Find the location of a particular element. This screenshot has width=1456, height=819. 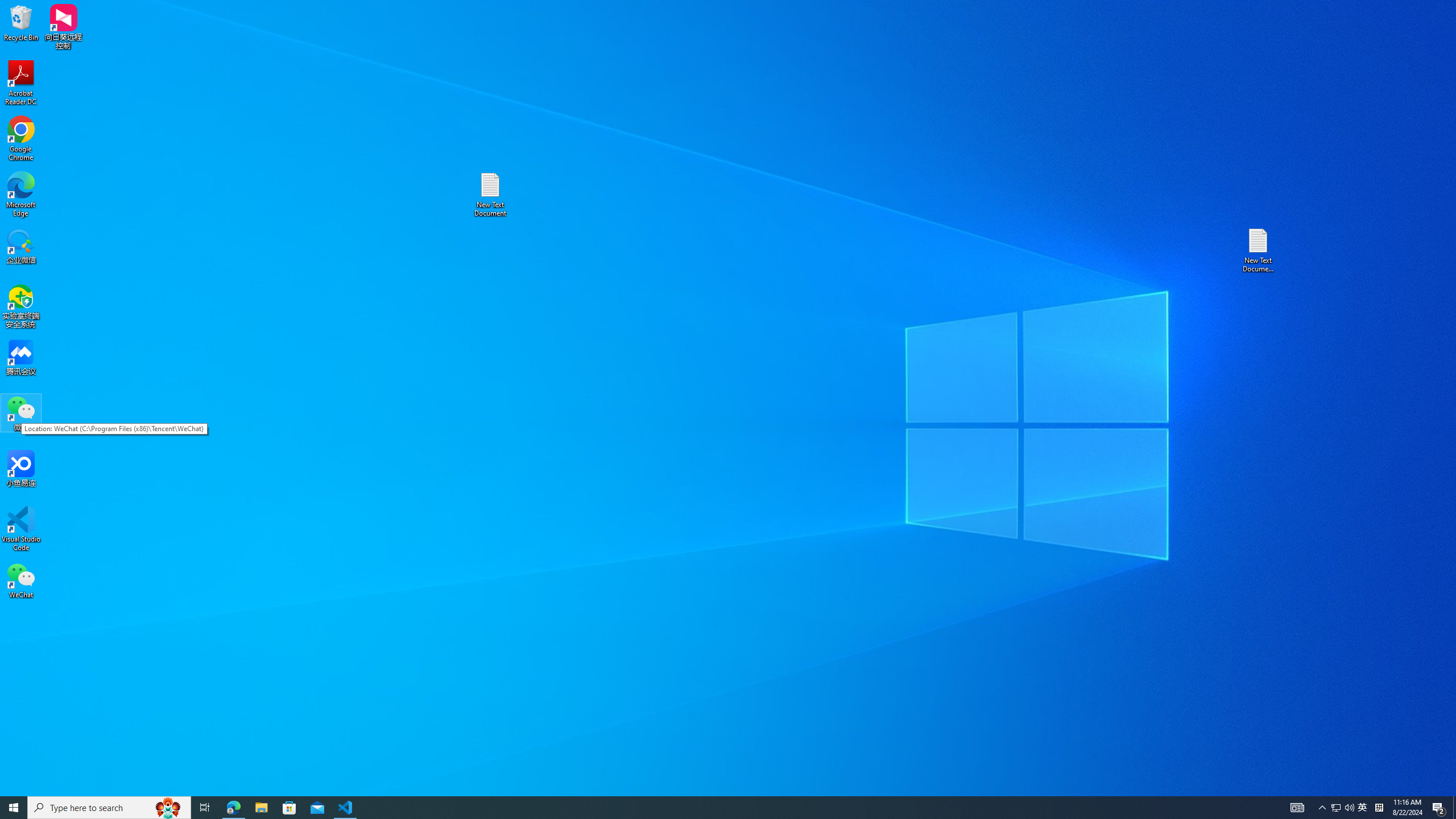

'Start' is located at coordinates (14, 806).